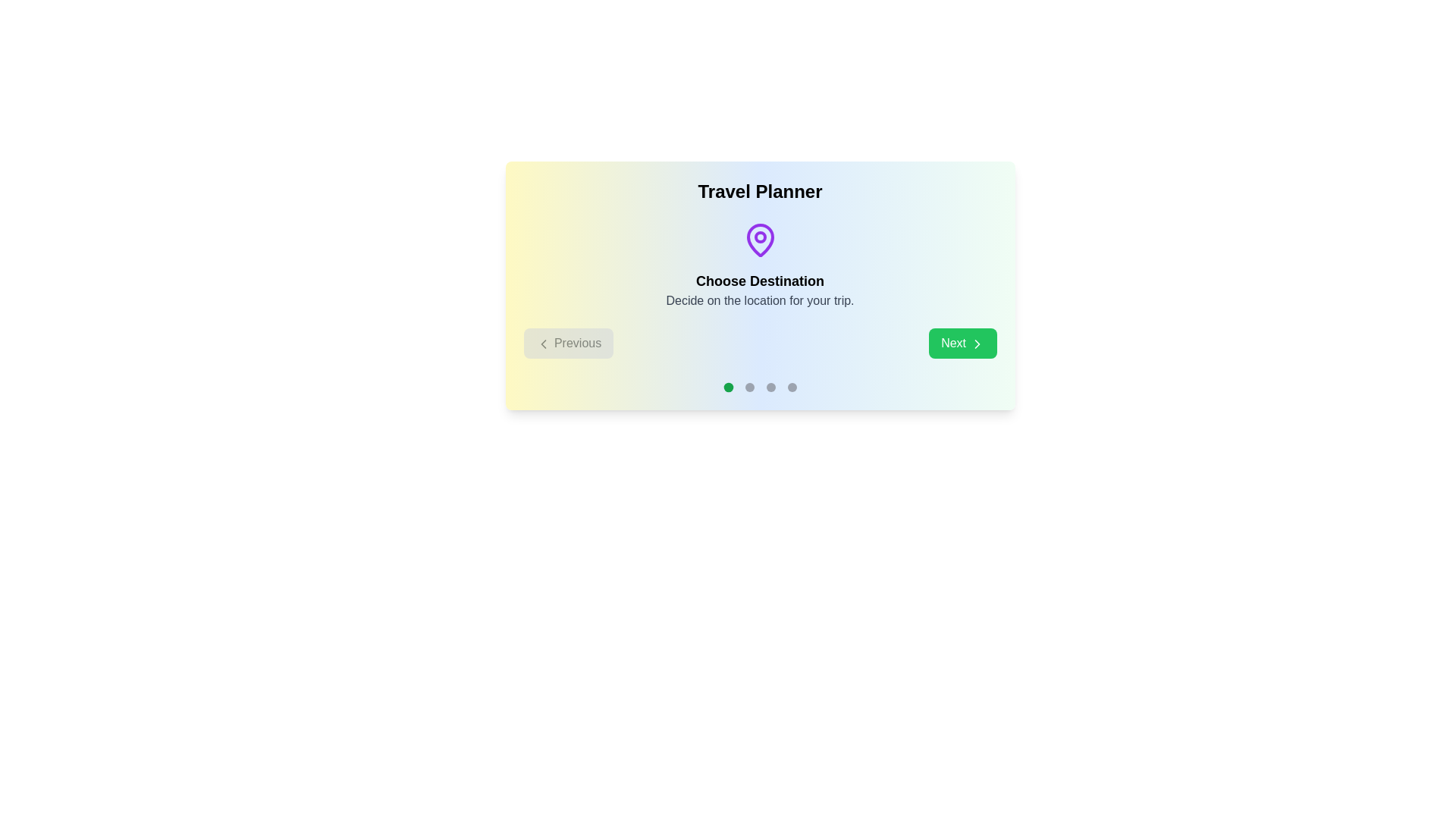  Describe the element at coordinates (760, 239) in the screenshot. I see `the map pin icon, which serves as a visual identifier for setting a location or destination, positioned above the 'Choose Destination' text` at that location.